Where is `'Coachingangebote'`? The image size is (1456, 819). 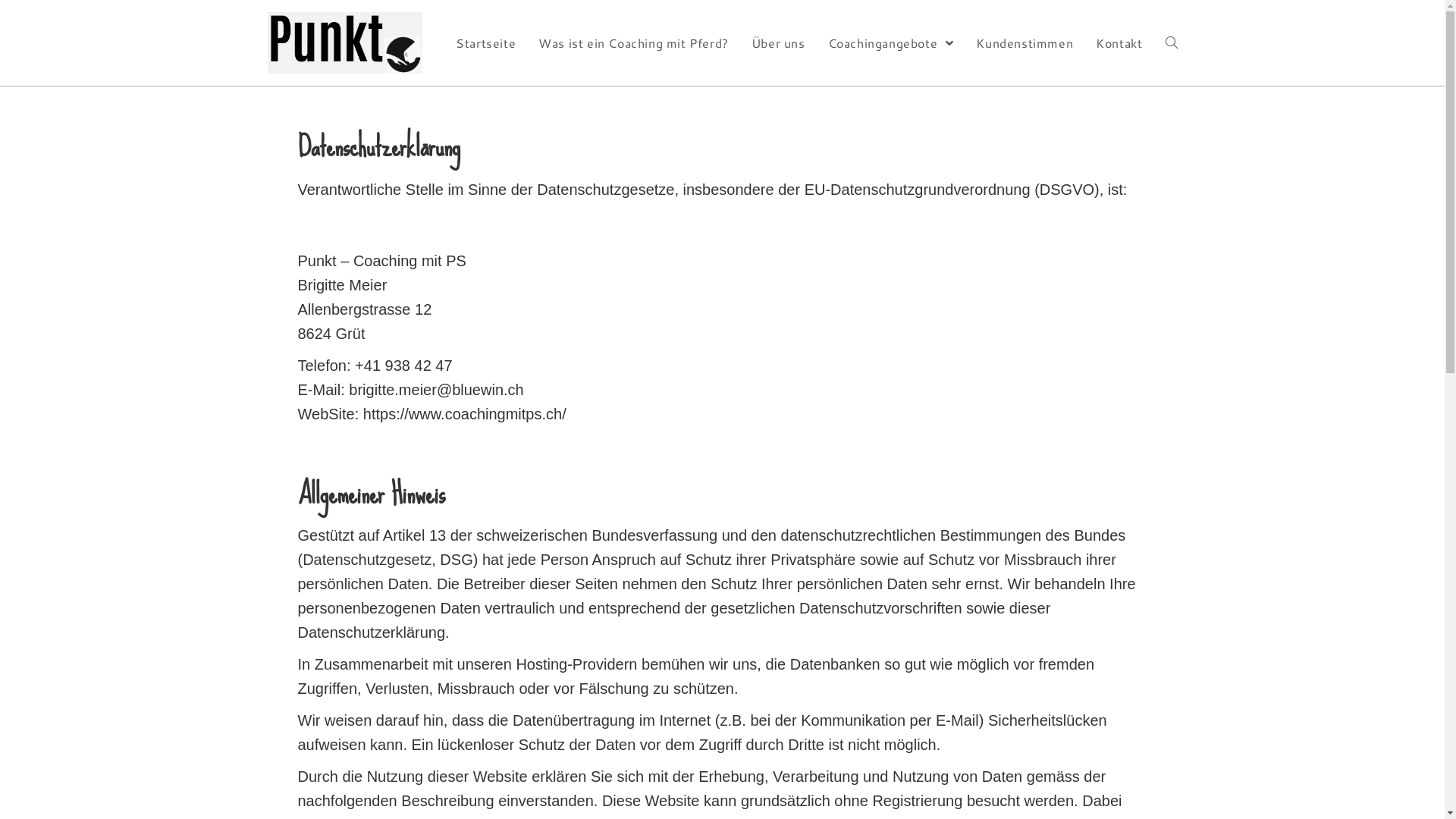 'Coachingangebote' is located at coordinates (891, 42).